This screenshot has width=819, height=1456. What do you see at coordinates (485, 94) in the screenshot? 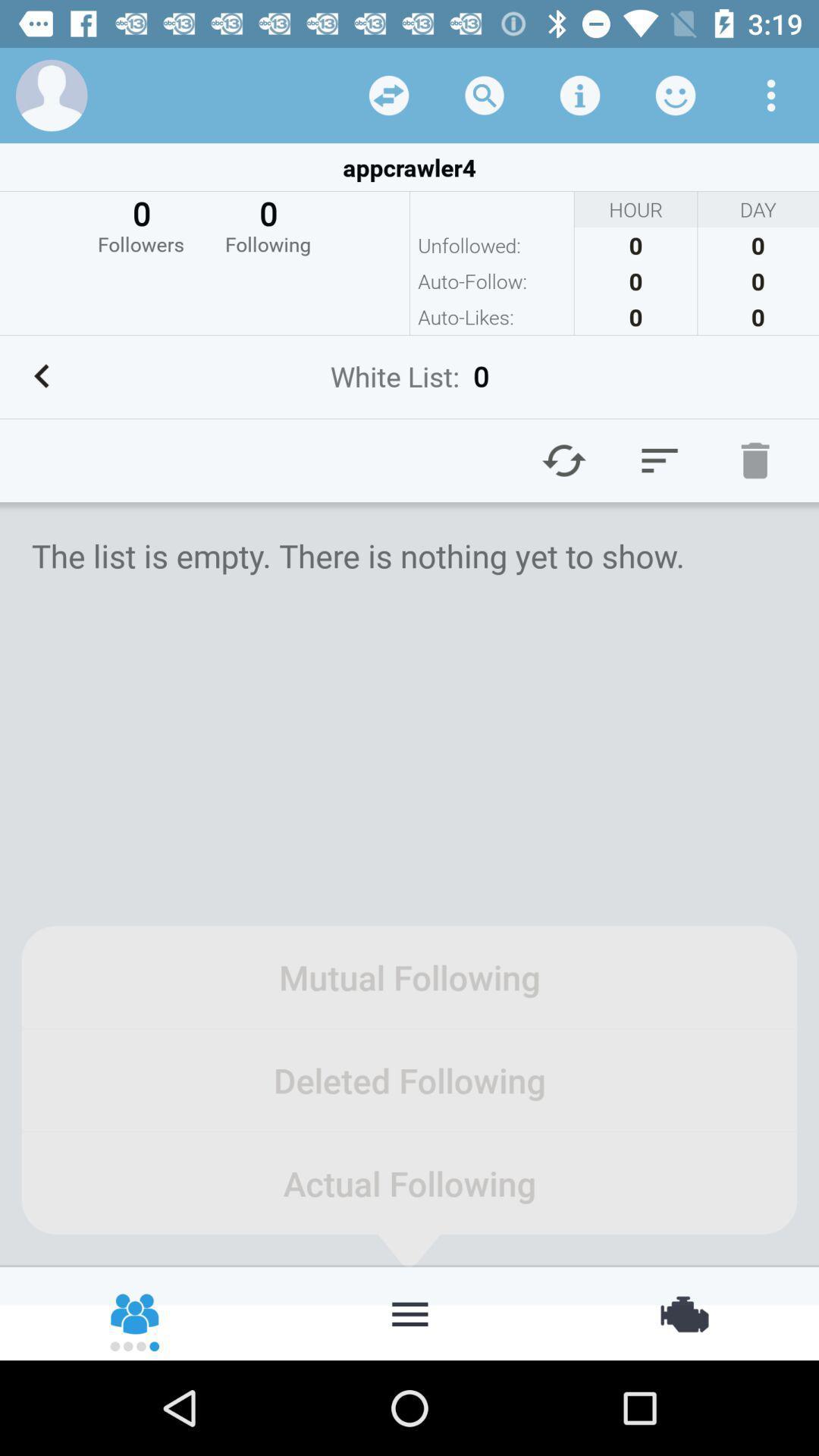
I see `open search` at bounding box center [485, 94].